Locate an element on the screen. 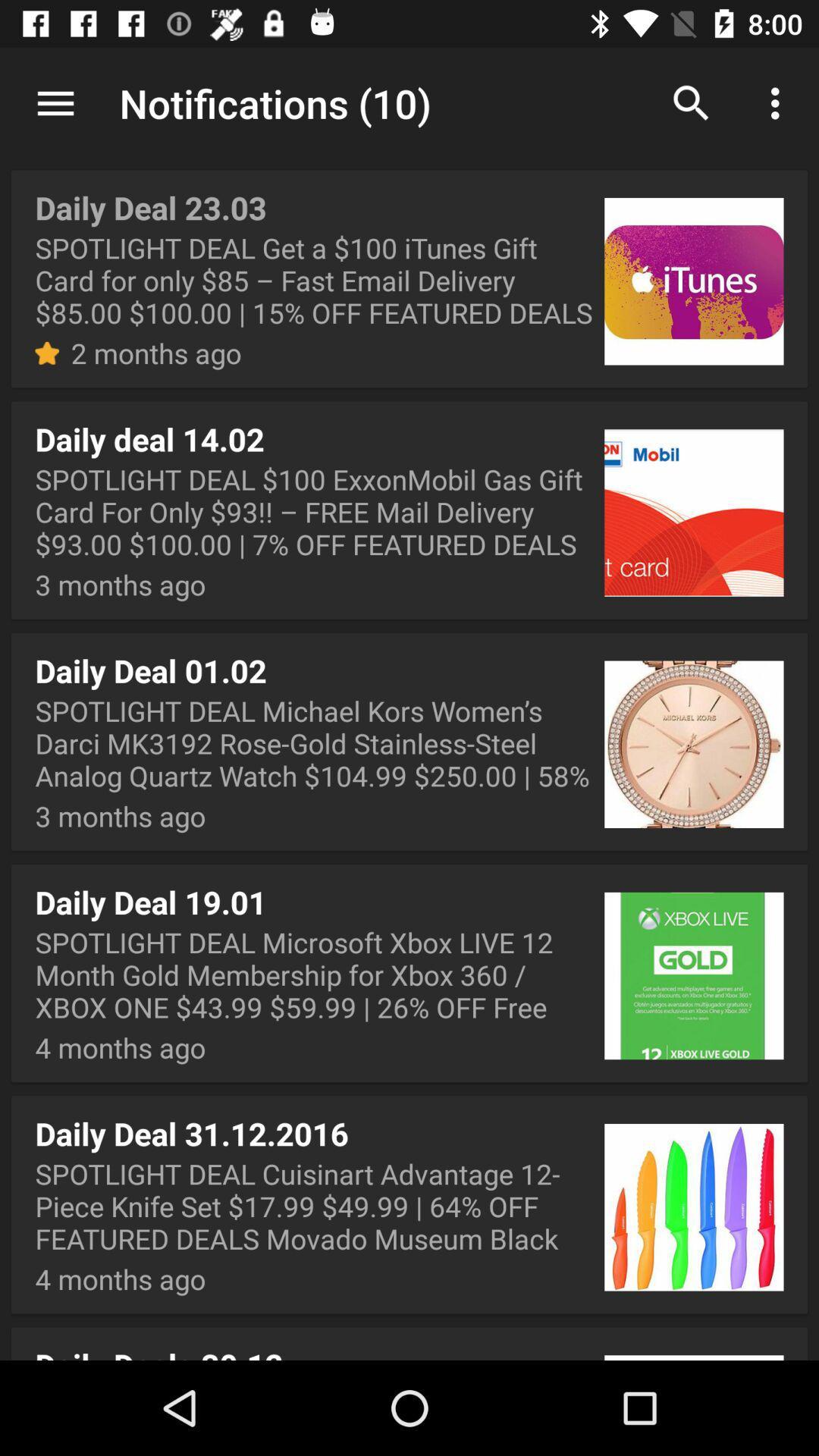 This screenshot has width=819, height=1456. the search button on the web page is located at coordinates (691, 103).